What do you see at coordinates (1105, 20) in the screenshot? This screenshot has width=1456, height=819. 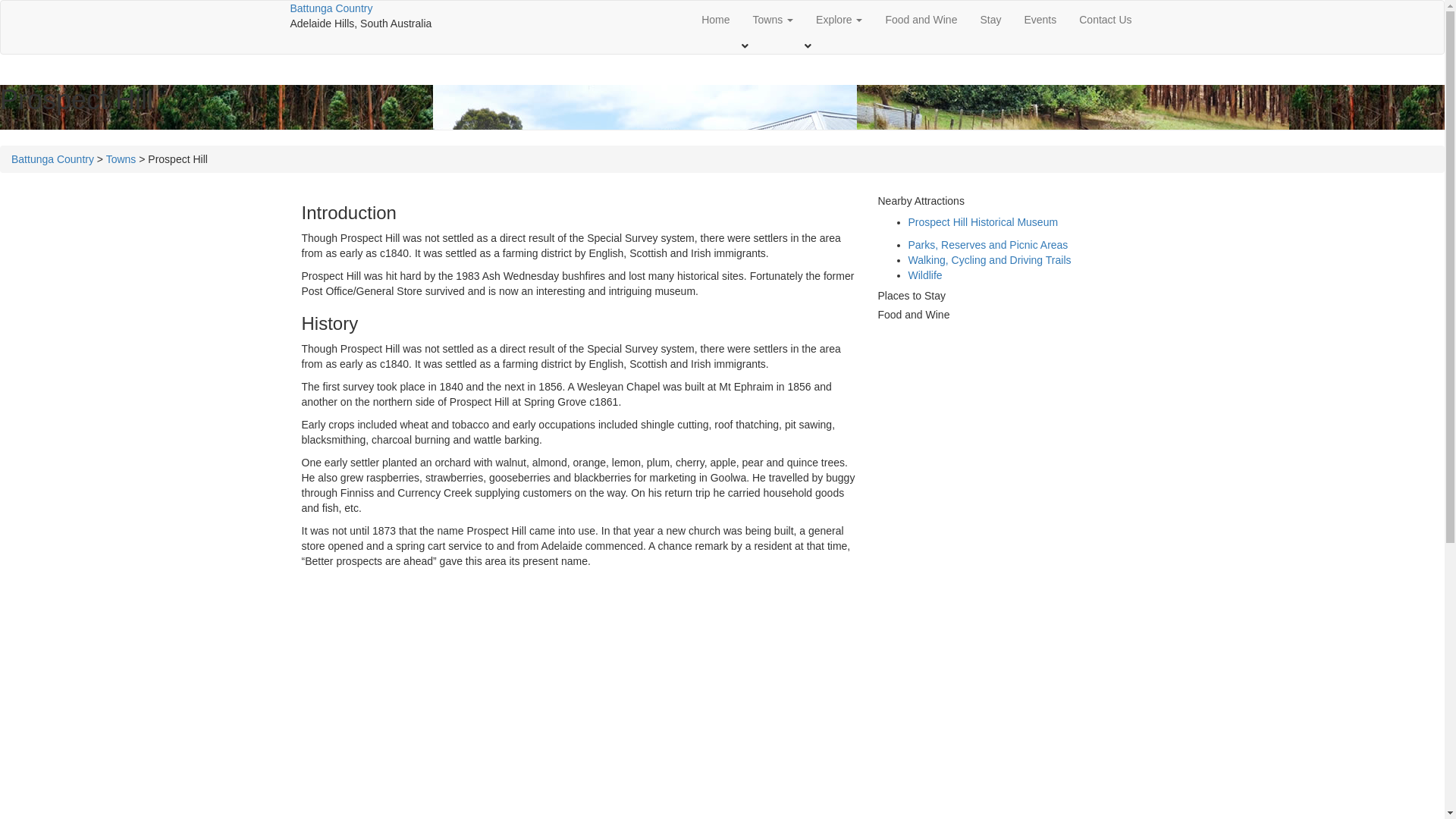 I see `'Contact Us'` at bounding box center [1105, 20].